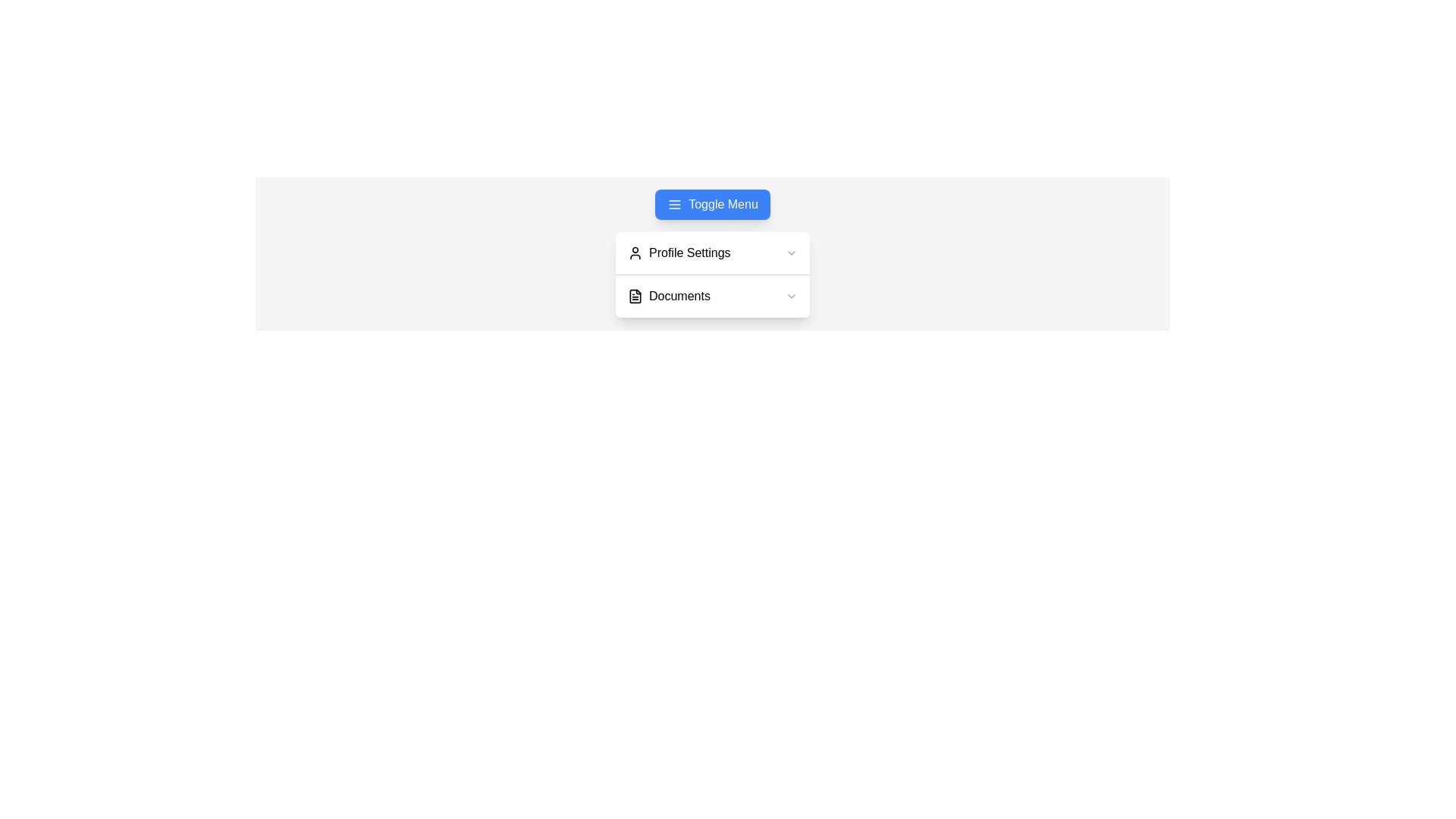  Describe the element at coordinates (635, 253) in the screenshot. I see `the 'Profile Settings' icon represented by an SVG graphic, located to the left of the text content in the menu bar` at that location.